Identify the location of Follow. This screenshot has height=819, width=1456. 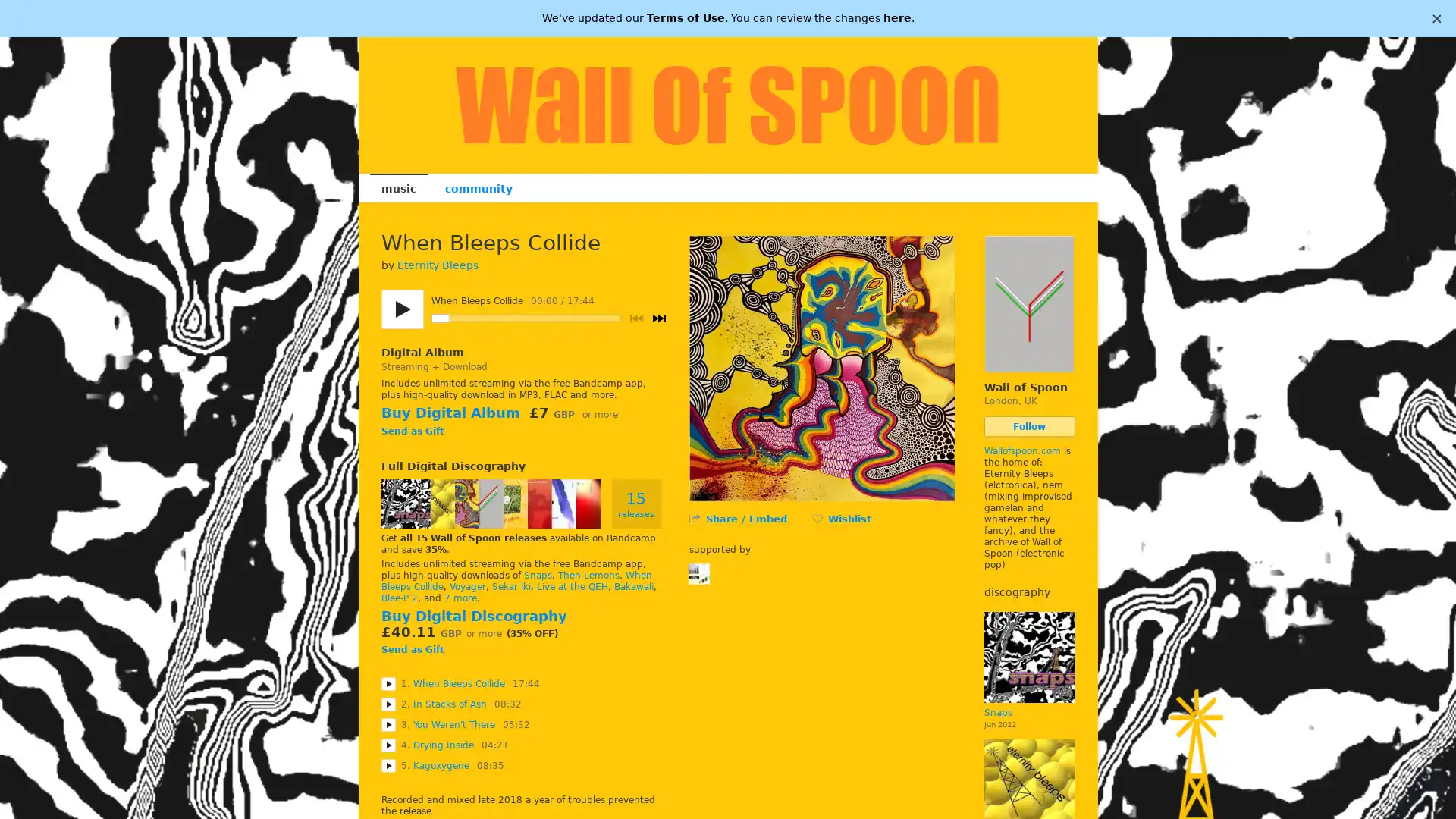
(1029, 426).